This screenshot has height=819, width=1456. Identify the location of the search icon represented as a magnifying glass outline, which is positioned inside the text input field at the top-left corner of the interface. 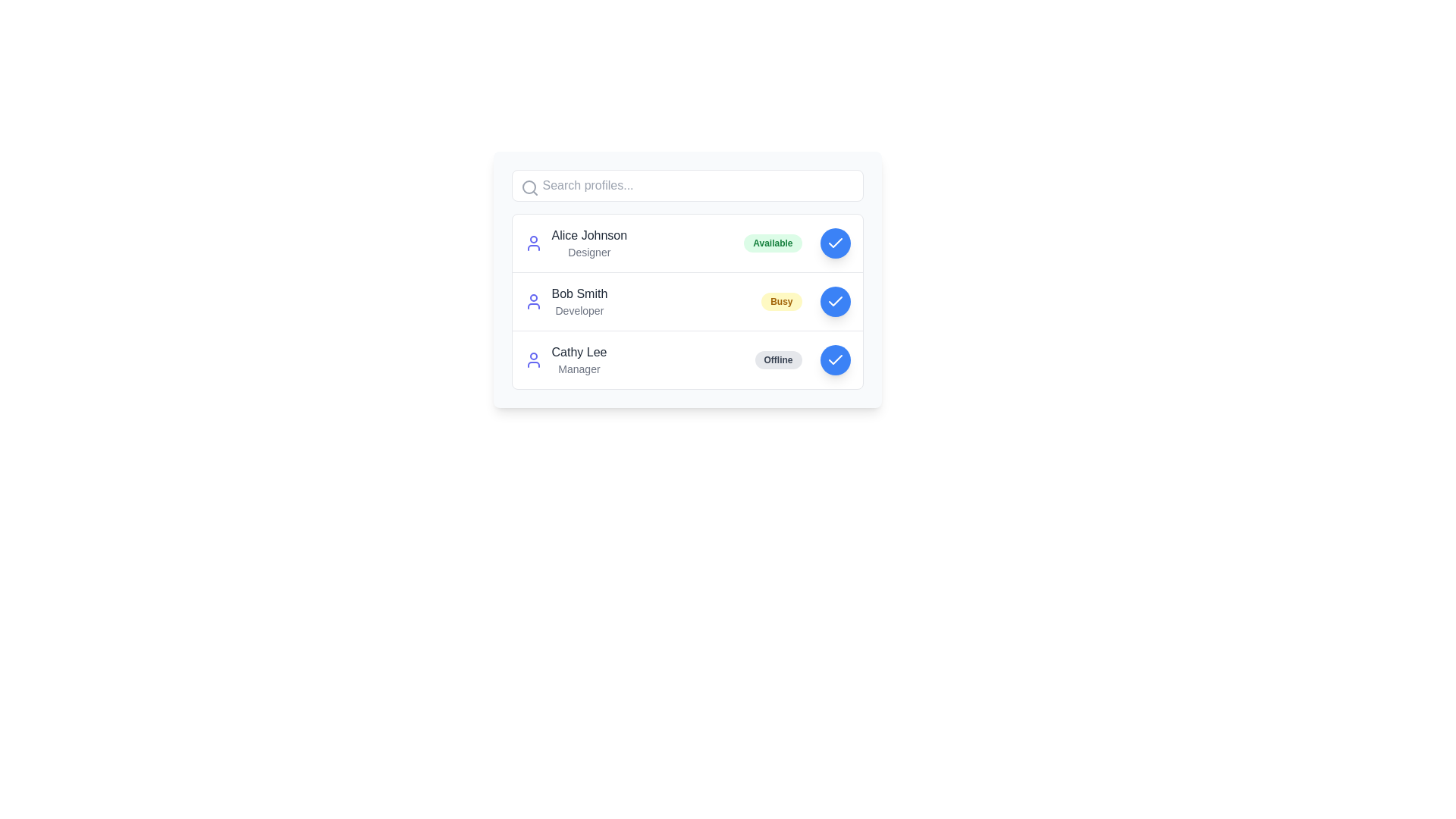
(529, 187).